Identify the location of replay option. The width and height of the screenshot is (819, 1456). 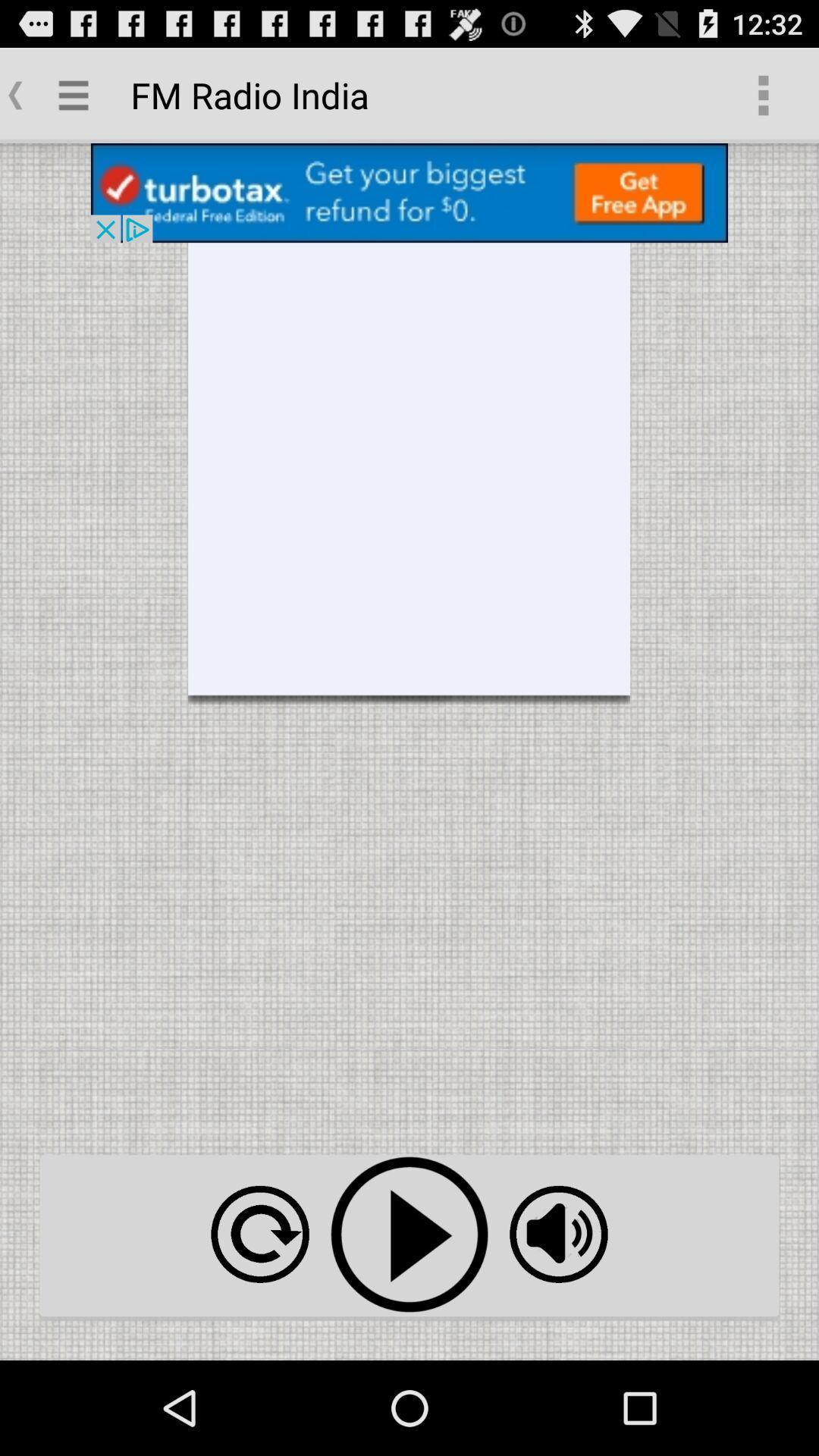
(259, 1234).